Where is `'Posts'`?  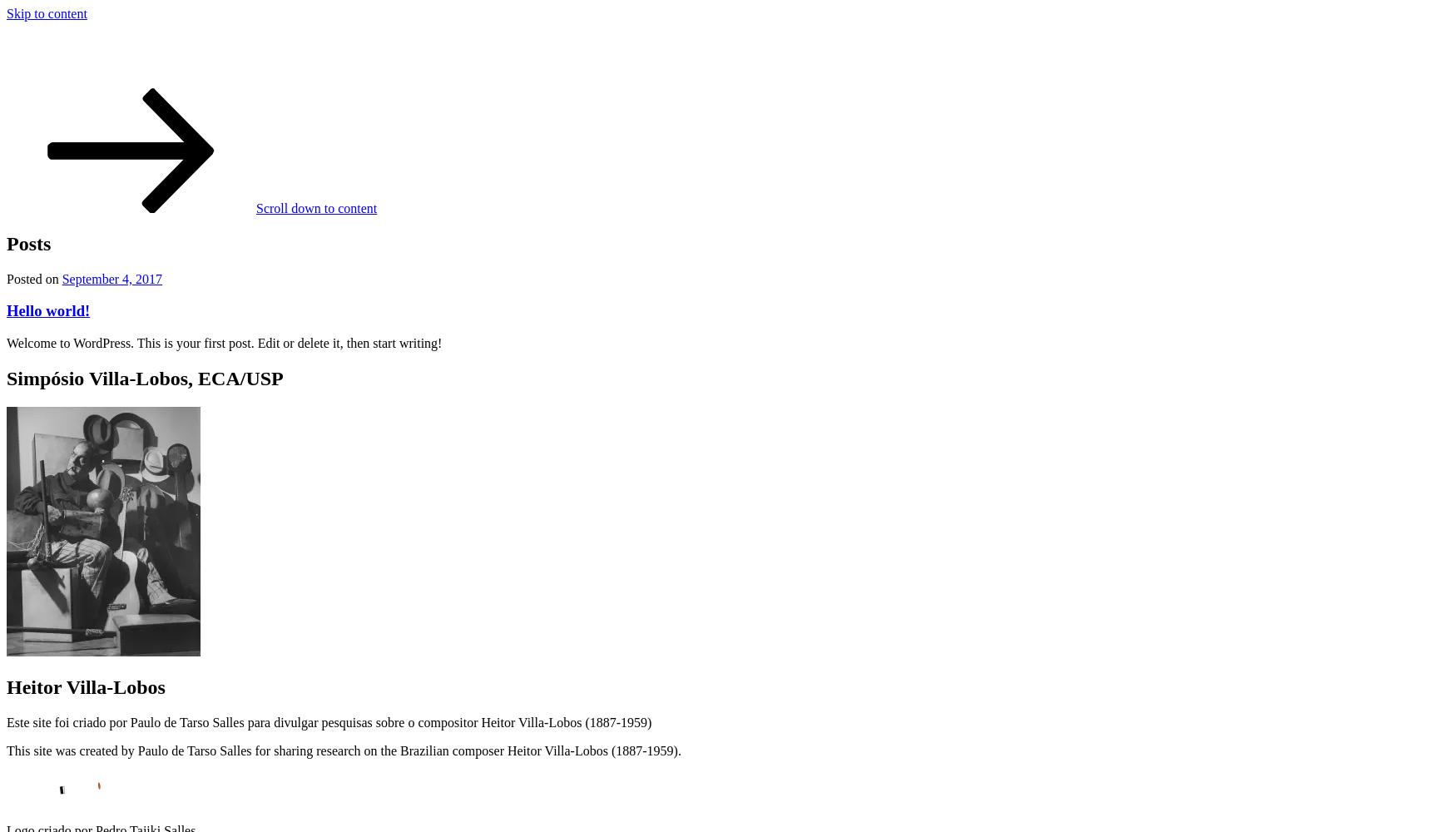 'Posts' is located at coordinates (6, 243).